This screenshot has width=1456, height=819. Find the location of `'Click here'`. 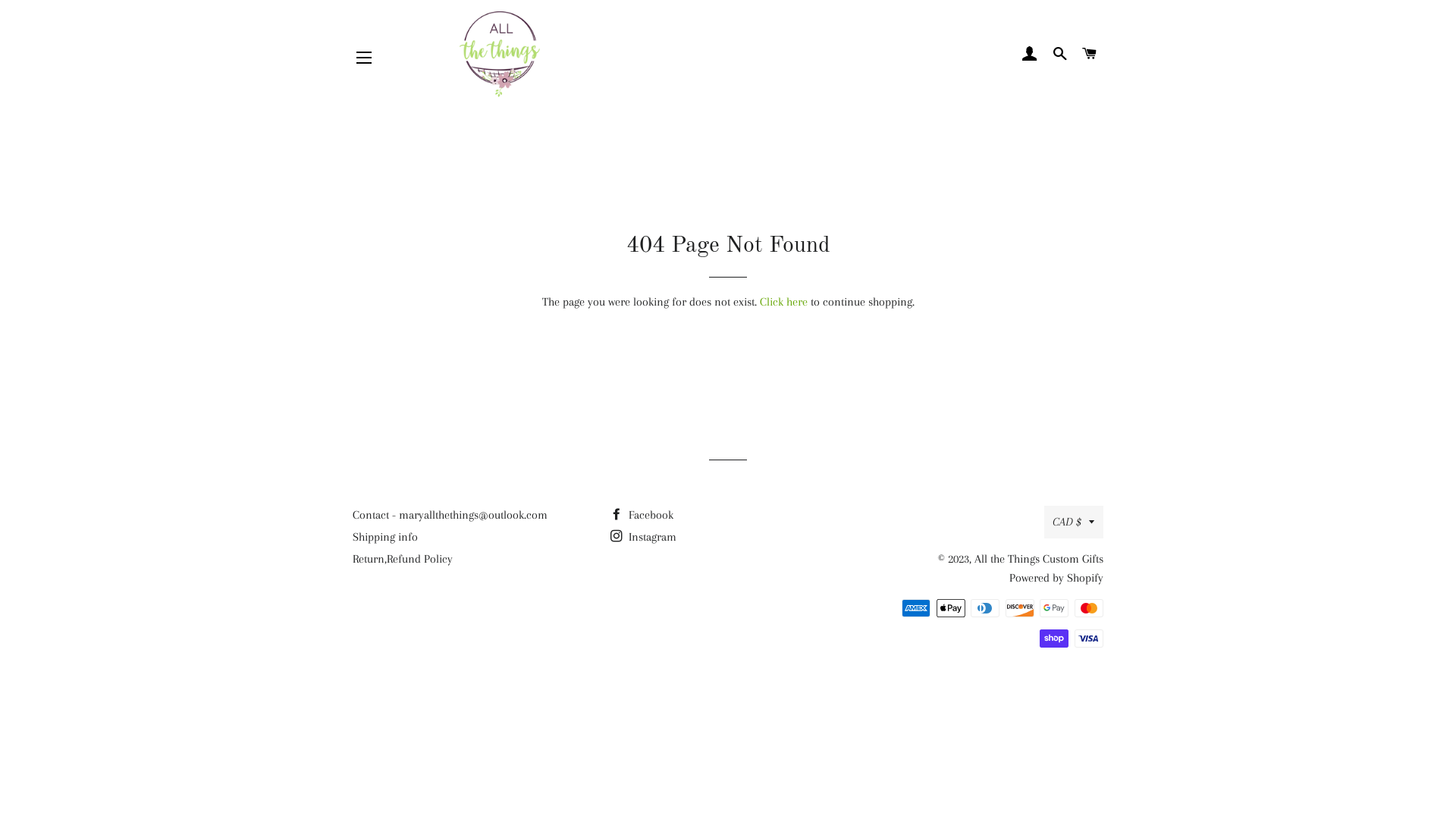

'Click here' is located at coordinates (783, 301).